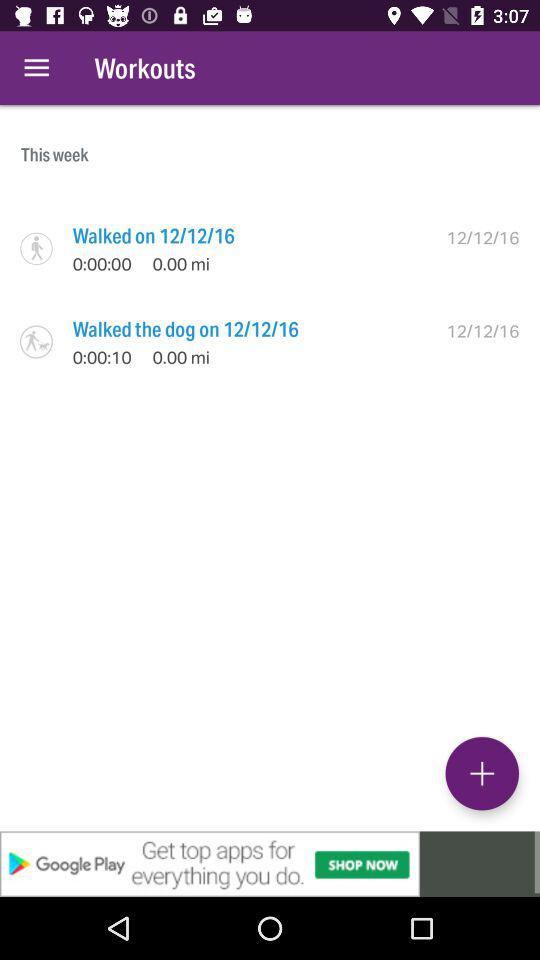 This screenshot has width=540, height=960. What do you see at coordinates (270, 863) in the screenshot?
I see `advertisement` at bounding box center [270, 863].